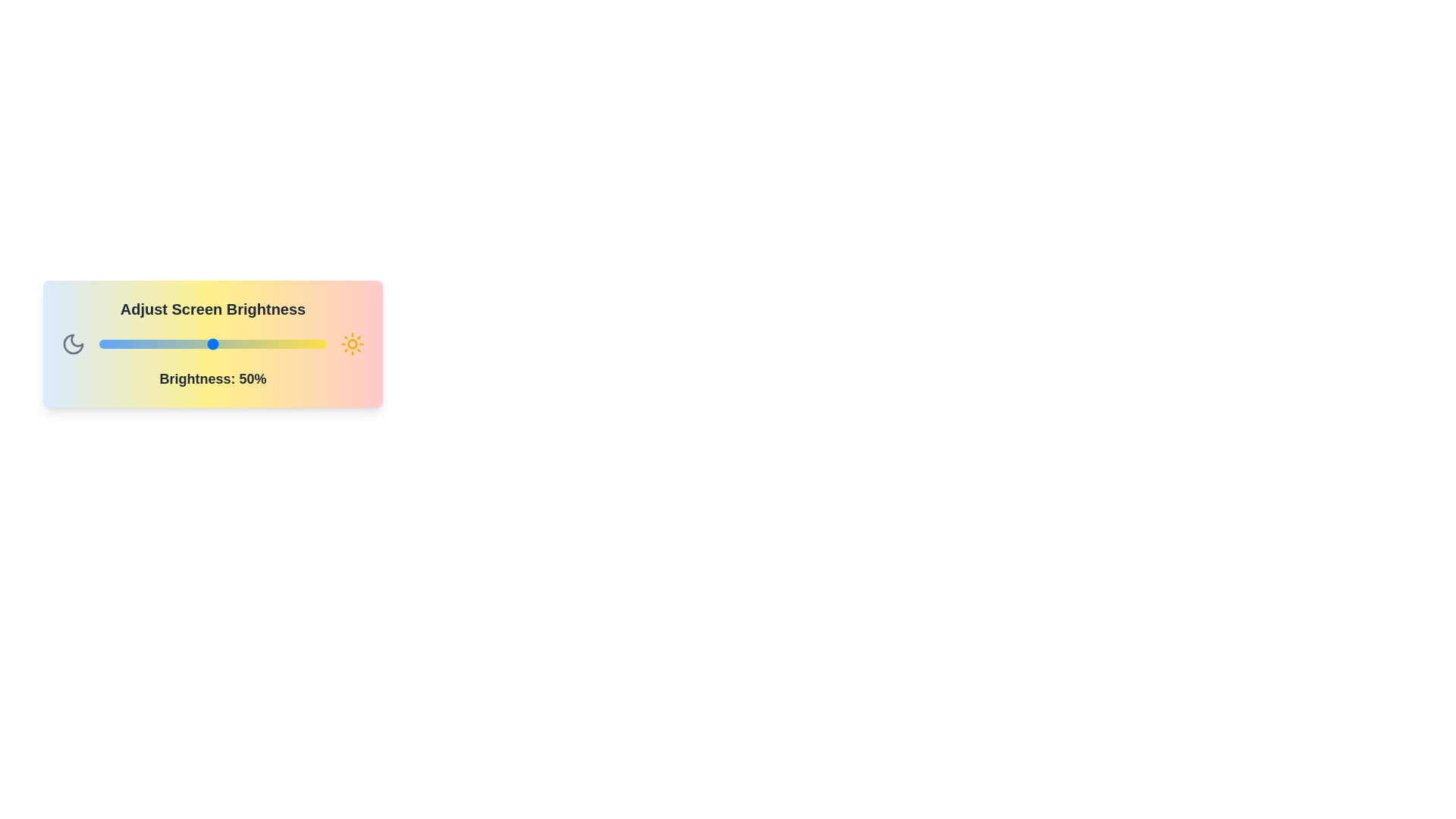  What do you see at coordinates (202, 344) in the screenshot?
I see `the brightness slider to set the brightness to 46%` at bounding box center [202, 344].